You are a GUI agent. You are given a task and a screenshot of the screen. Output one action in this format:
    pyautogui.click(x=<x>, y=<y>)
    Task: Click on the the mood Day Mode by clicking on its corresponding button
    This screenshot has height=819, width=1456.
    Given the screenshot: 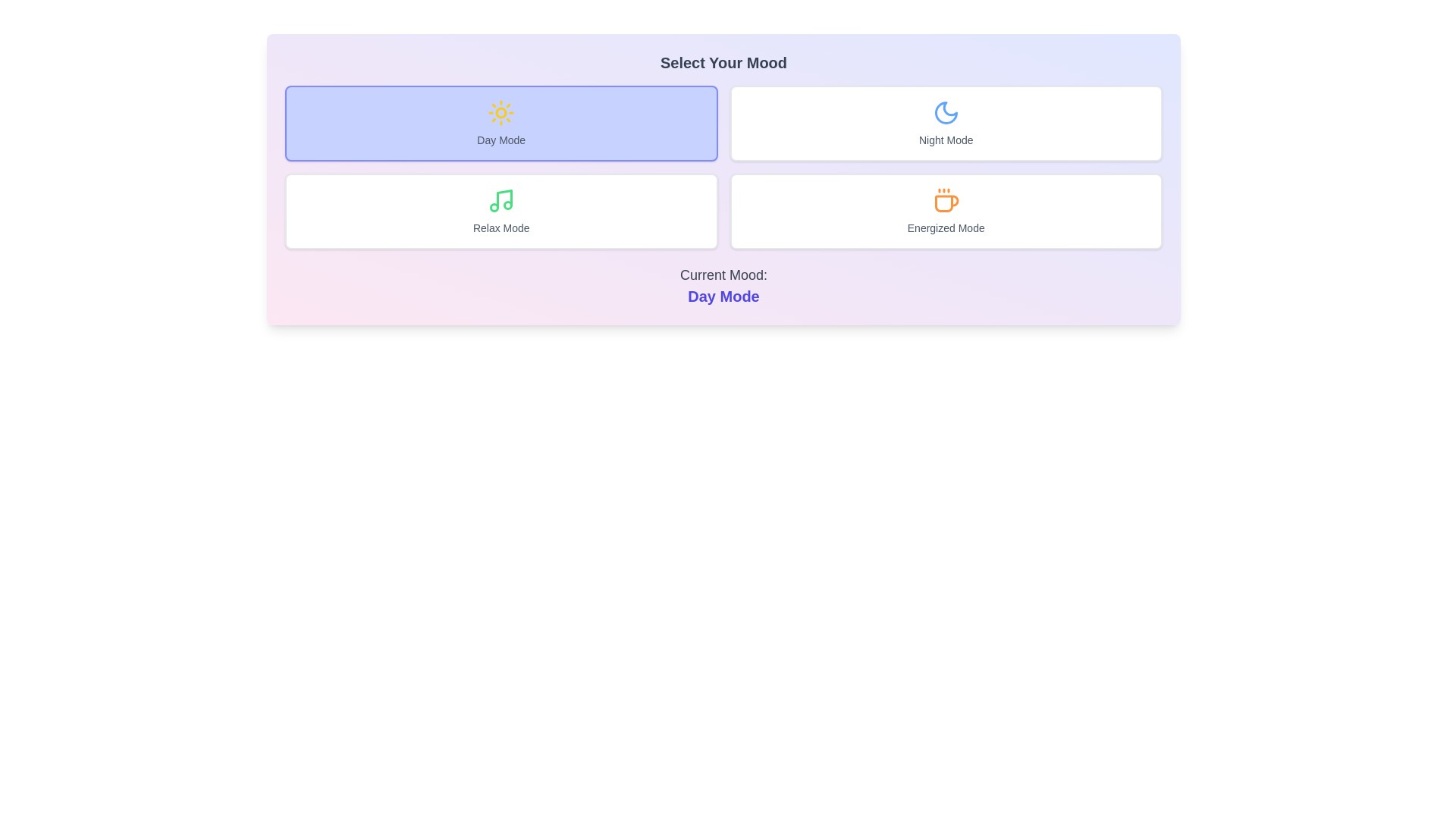 What is the action you would take?
    pyautogui.click(x=501, y=122)
    